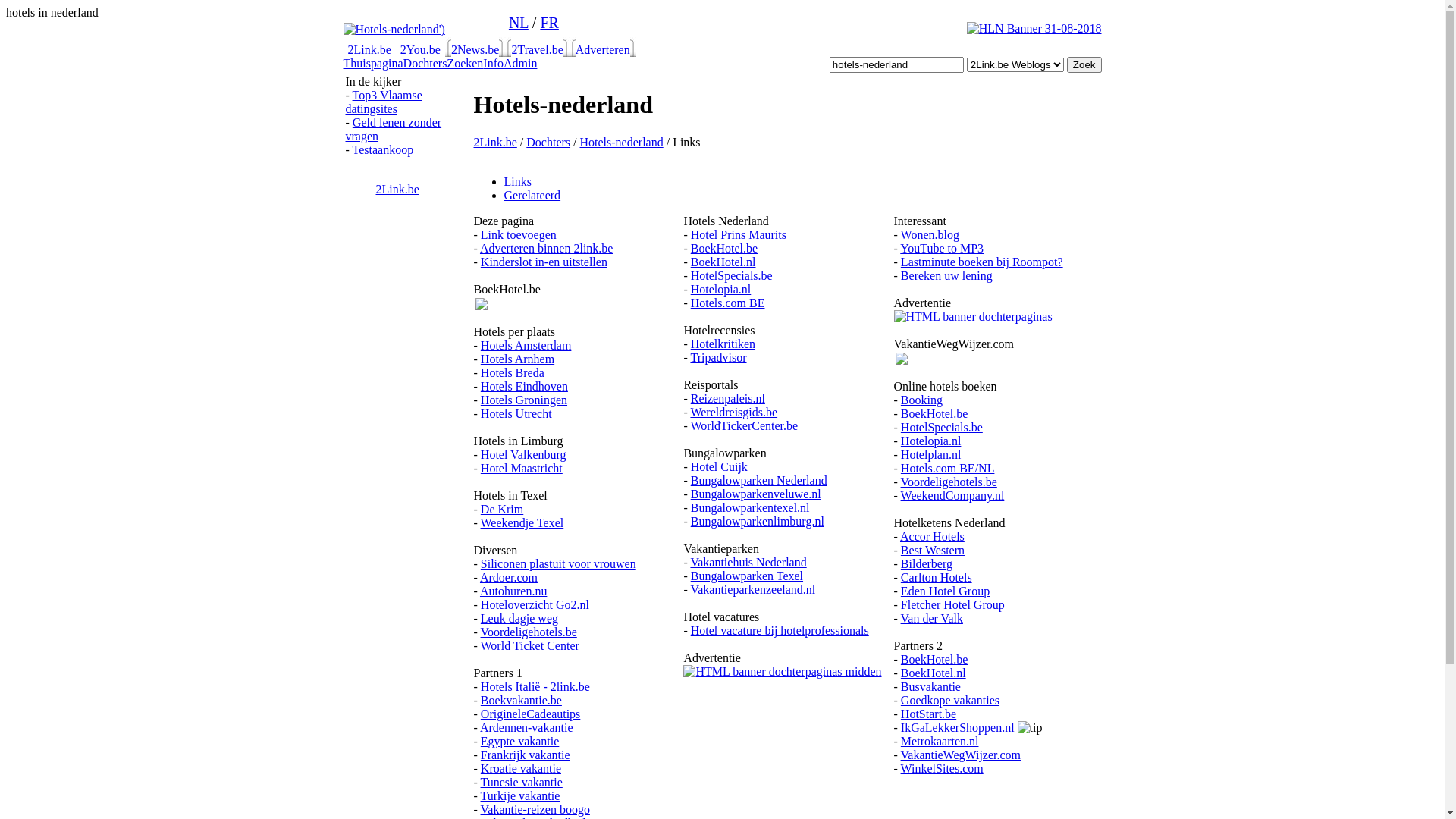 Image resolution: width=1456 pixels, height=819 pixels. Describe the element at coordinates (450, 49) in the screenshot. I see `'2News.be'` at that location.